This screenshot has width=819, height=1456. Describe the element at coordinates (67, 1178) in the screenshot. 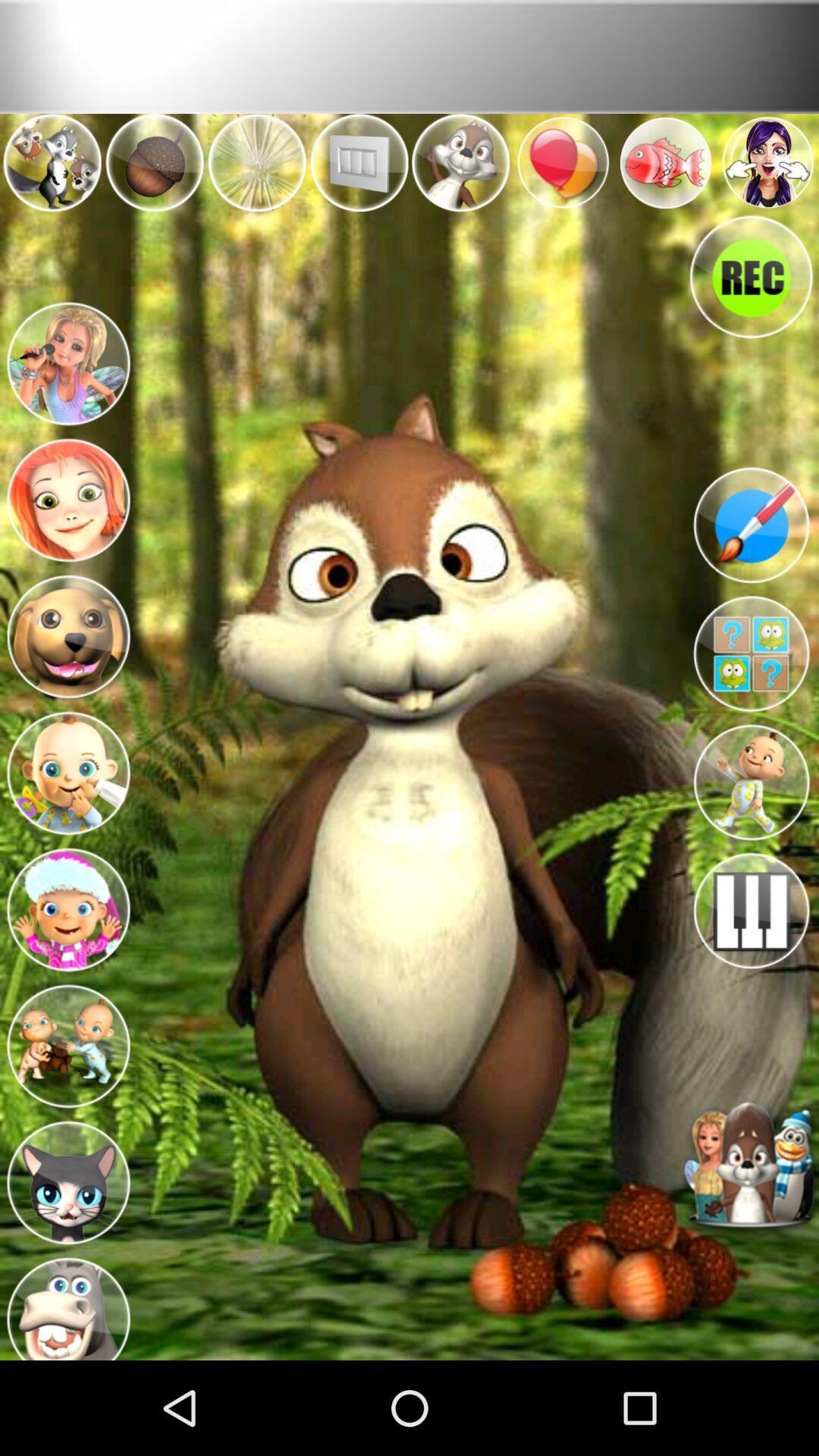

I see `character` at that location.